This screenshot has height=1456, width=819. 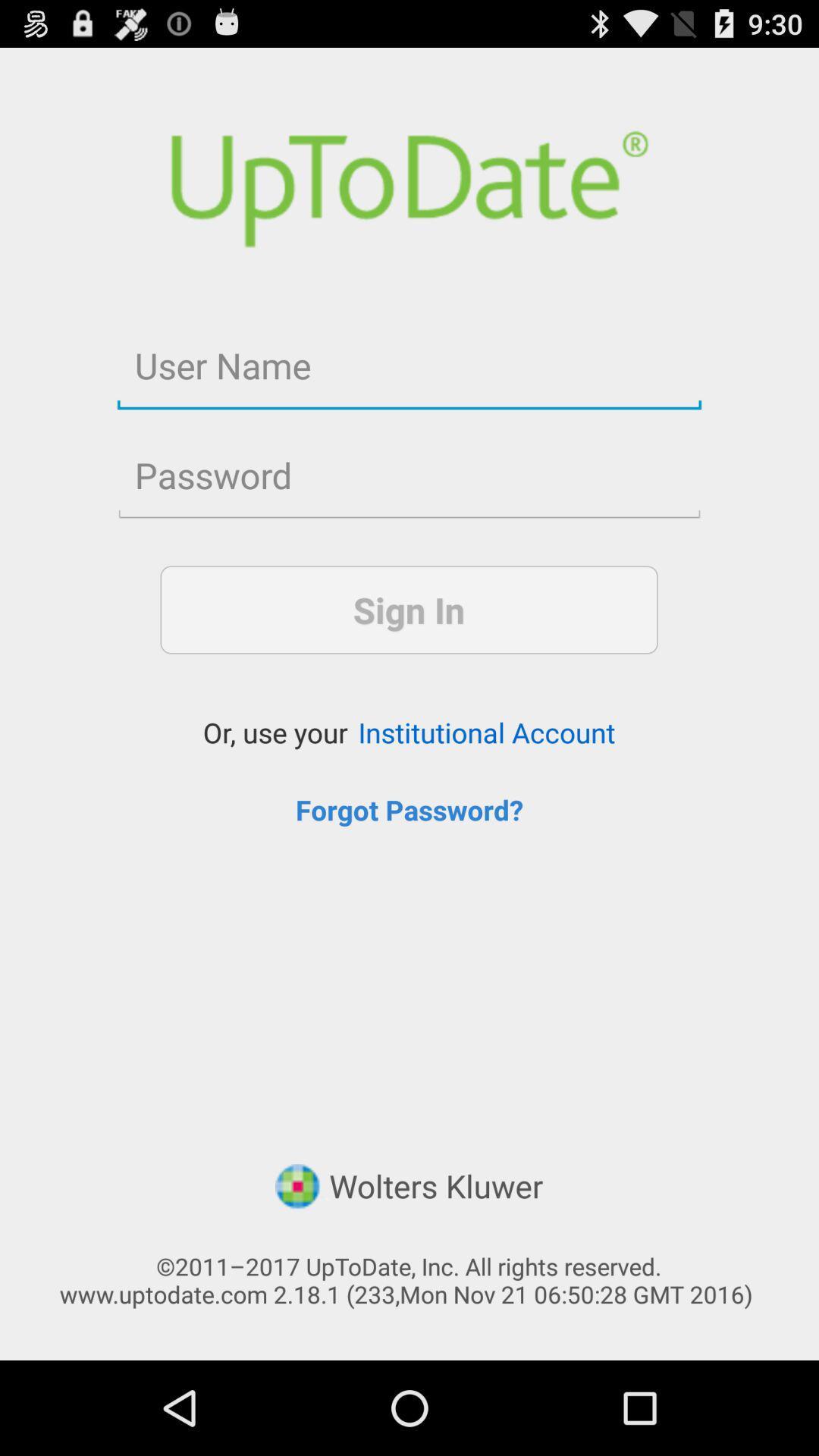 What do you see at coordinates (408, 1186) in the screenshot?
I see `the app above 2011 2017 uptodate item` at bounding box center [408, 1186].